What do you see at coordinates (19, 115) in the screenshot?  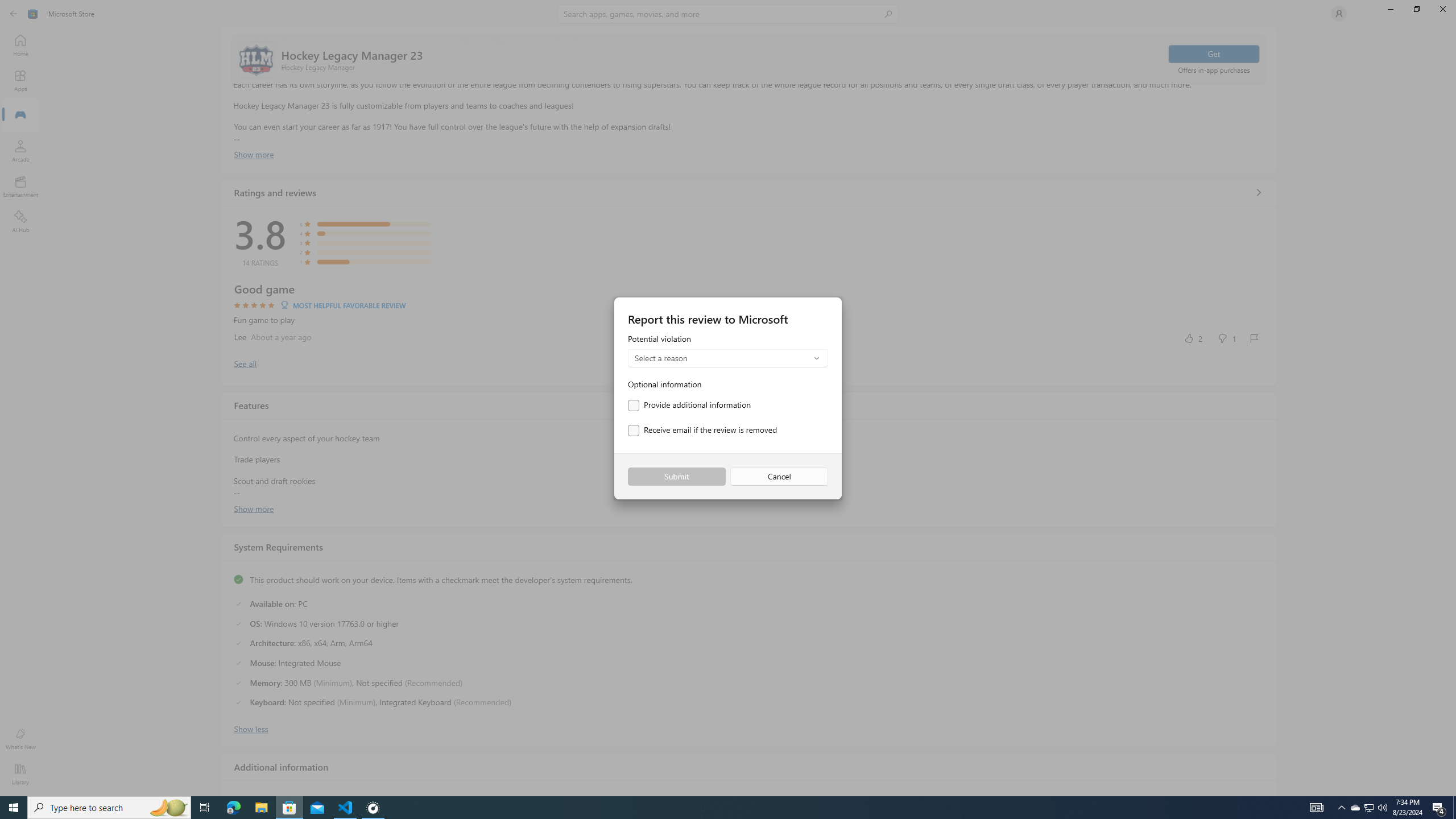 I see `'Gaming'` at bounding box center [19, 115].